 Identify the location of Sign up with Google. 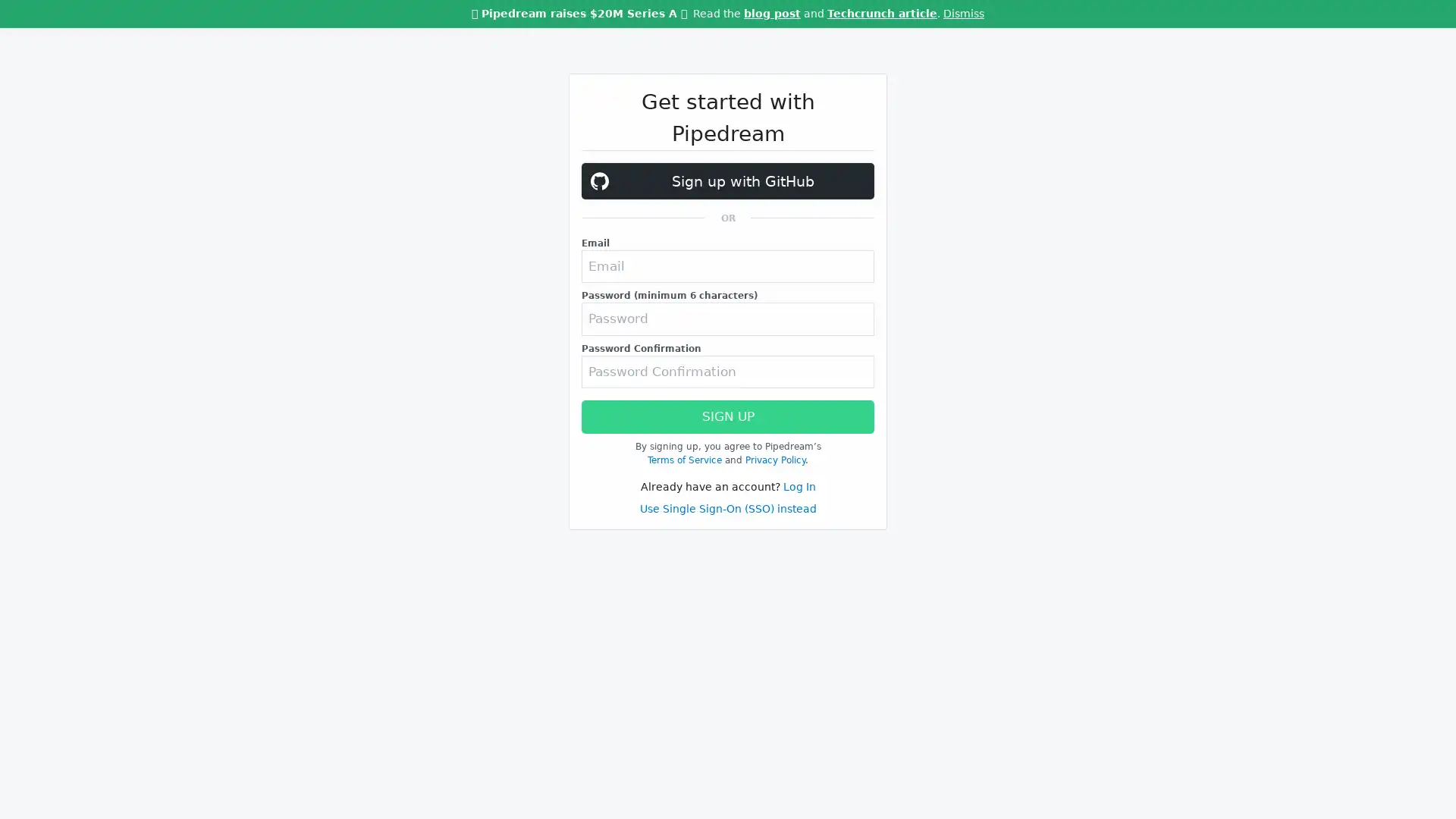
(728, 180).